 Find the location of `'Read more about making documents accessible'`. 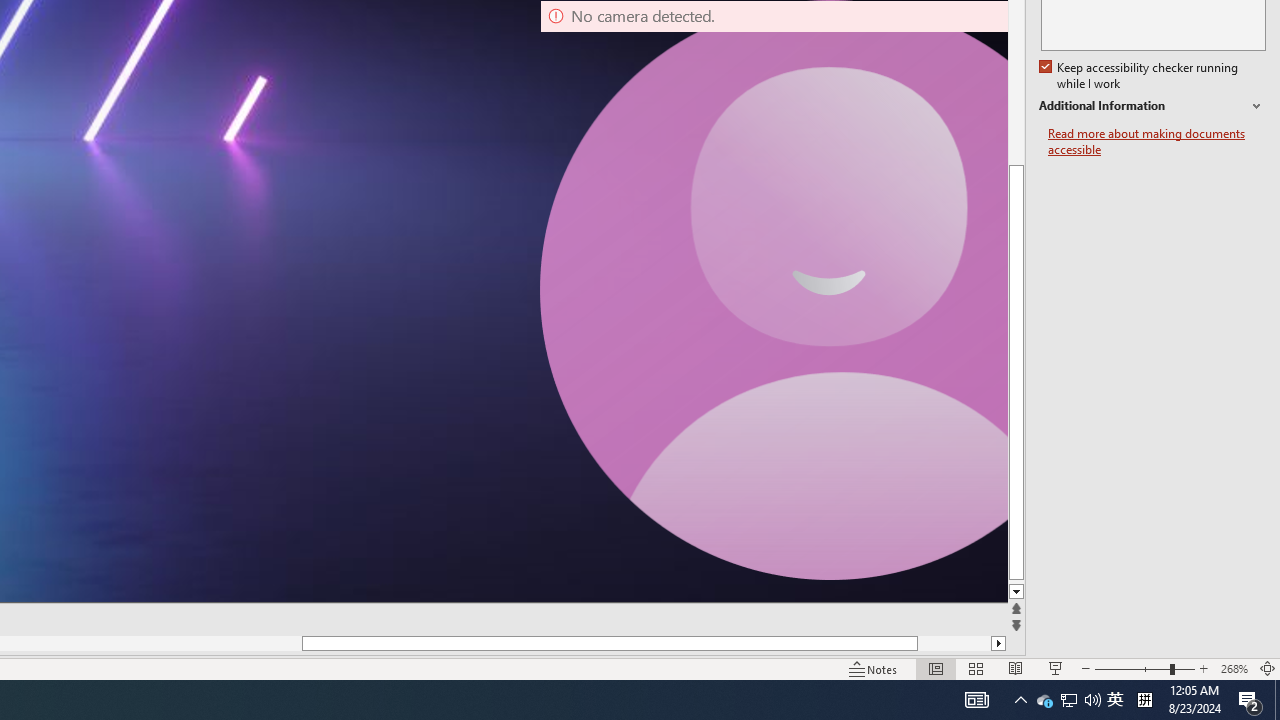

'Read more about making documents accessible' is located at coordinates (1157, 141).